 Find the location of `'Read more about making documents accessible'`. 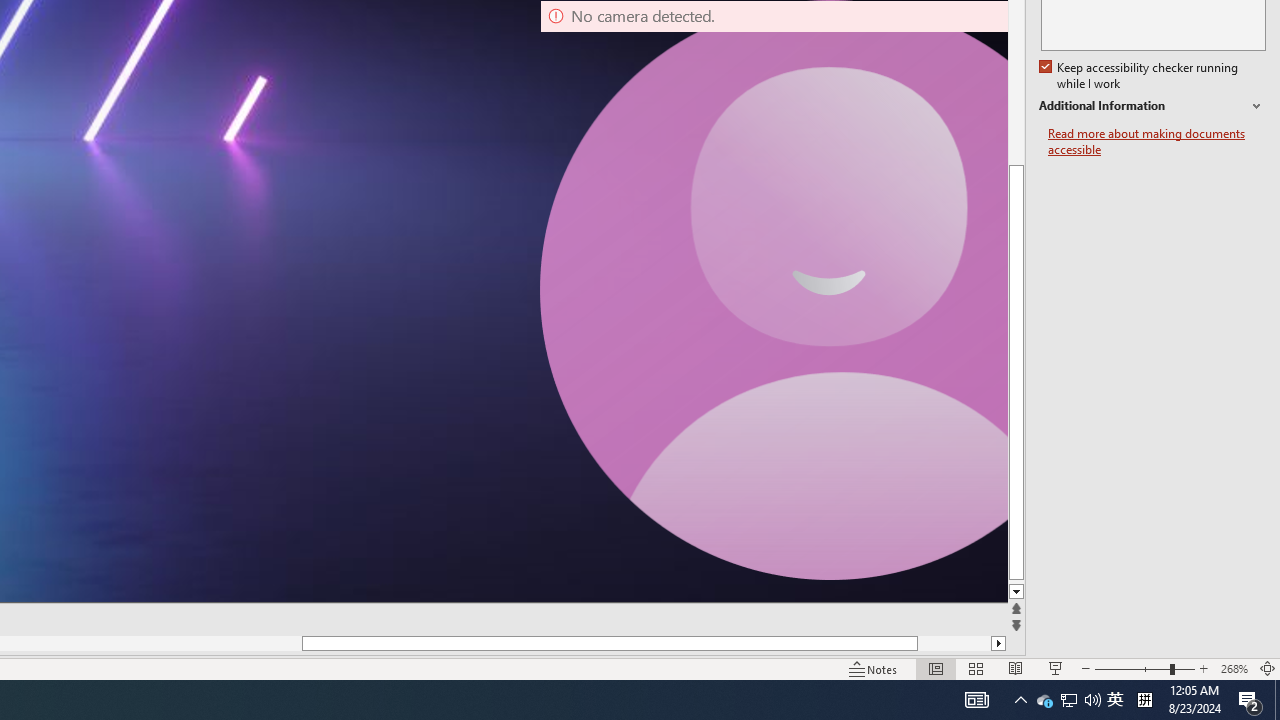

'Read more about making documents accessible' is located at coordinates (1157, 141).